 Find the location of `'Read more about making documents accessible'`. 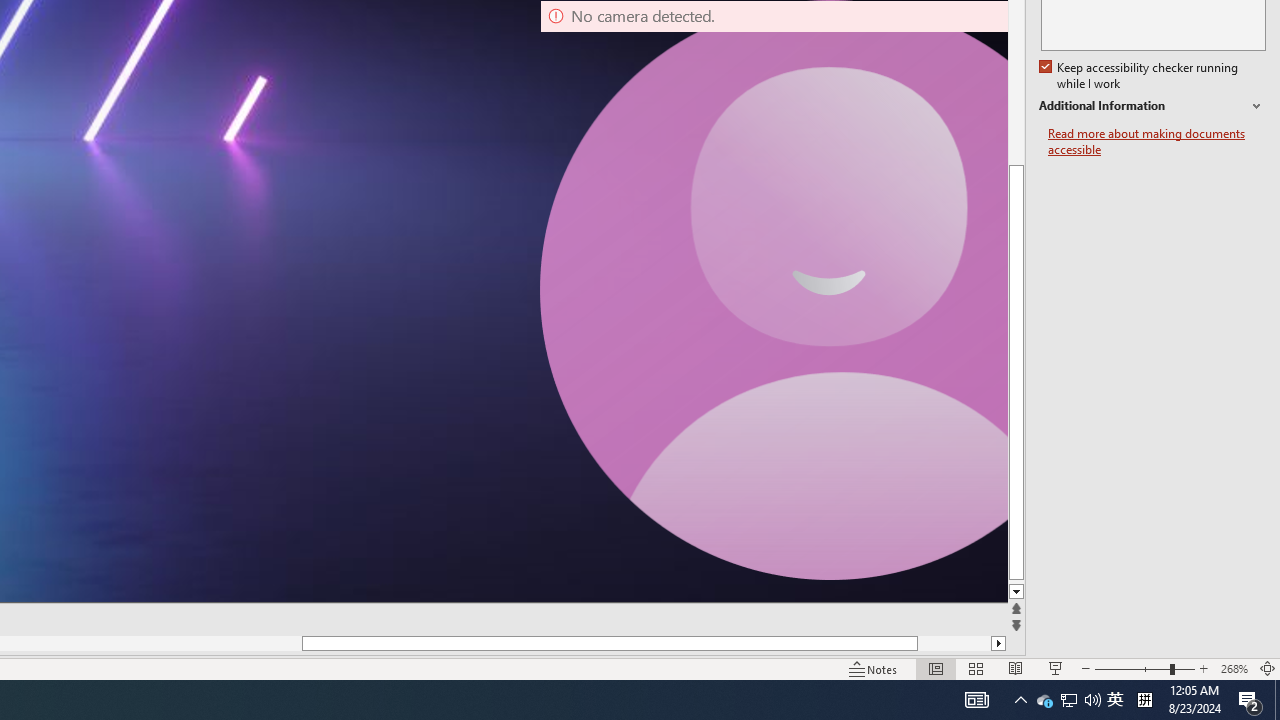

'Read more about making documents accessible' is located at coordinates (1157, 141).